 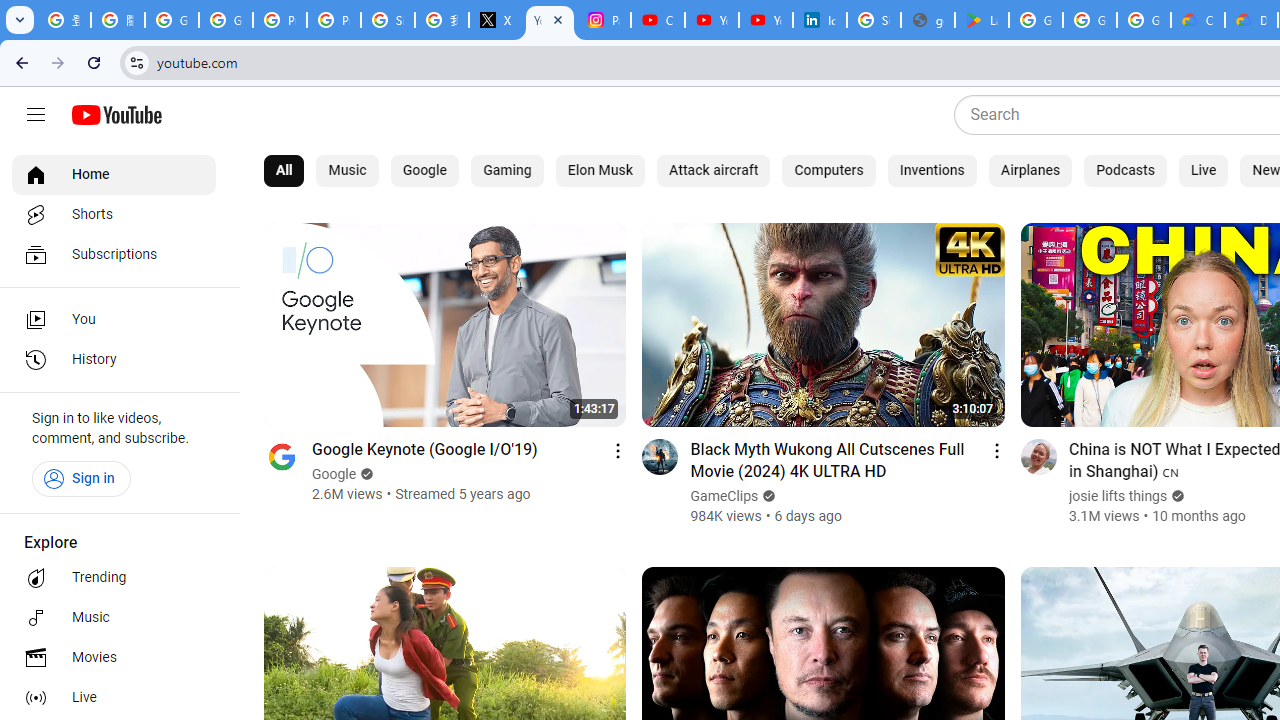 What do you see at coordinates (1117, 495) in the screenshot?
I see `'josie lifts things'` at bounding box center [1117, 495].